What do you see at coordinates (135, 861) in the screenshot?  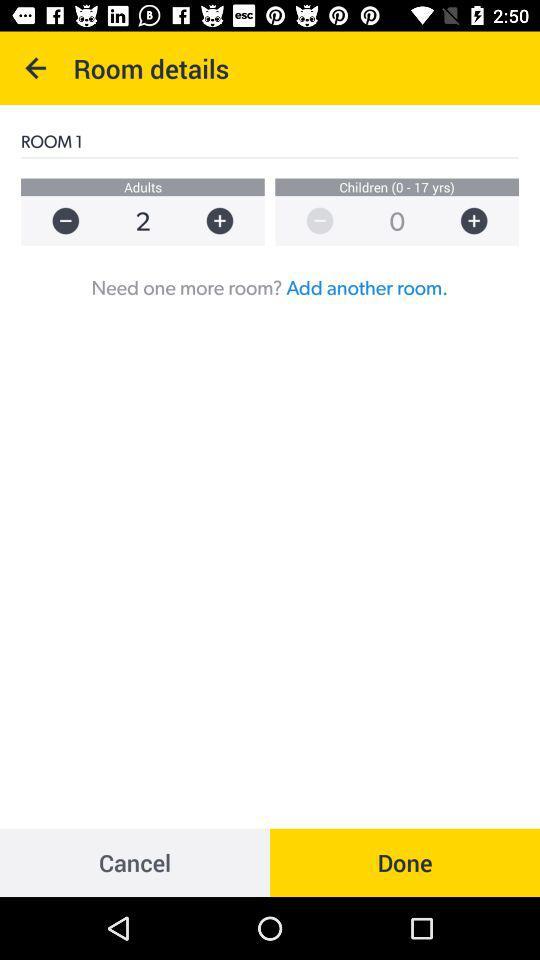 I see `the item to the left of the done item` at bounding box center [135, 861].